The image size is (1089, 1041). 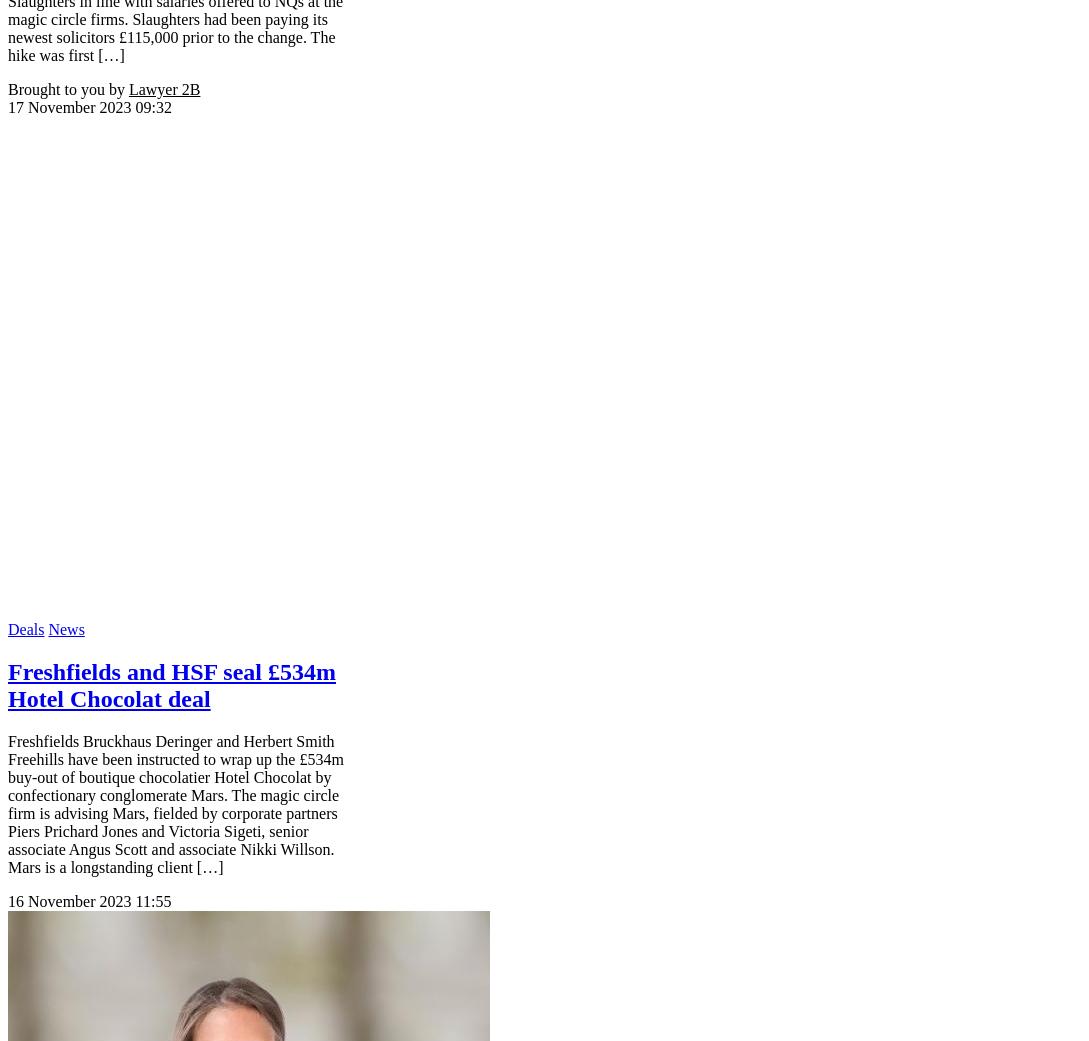 What do you see at coordinates (65, 87) in the screenshot?
I see `'Brought to you by'` at bounding box center [65, 87].